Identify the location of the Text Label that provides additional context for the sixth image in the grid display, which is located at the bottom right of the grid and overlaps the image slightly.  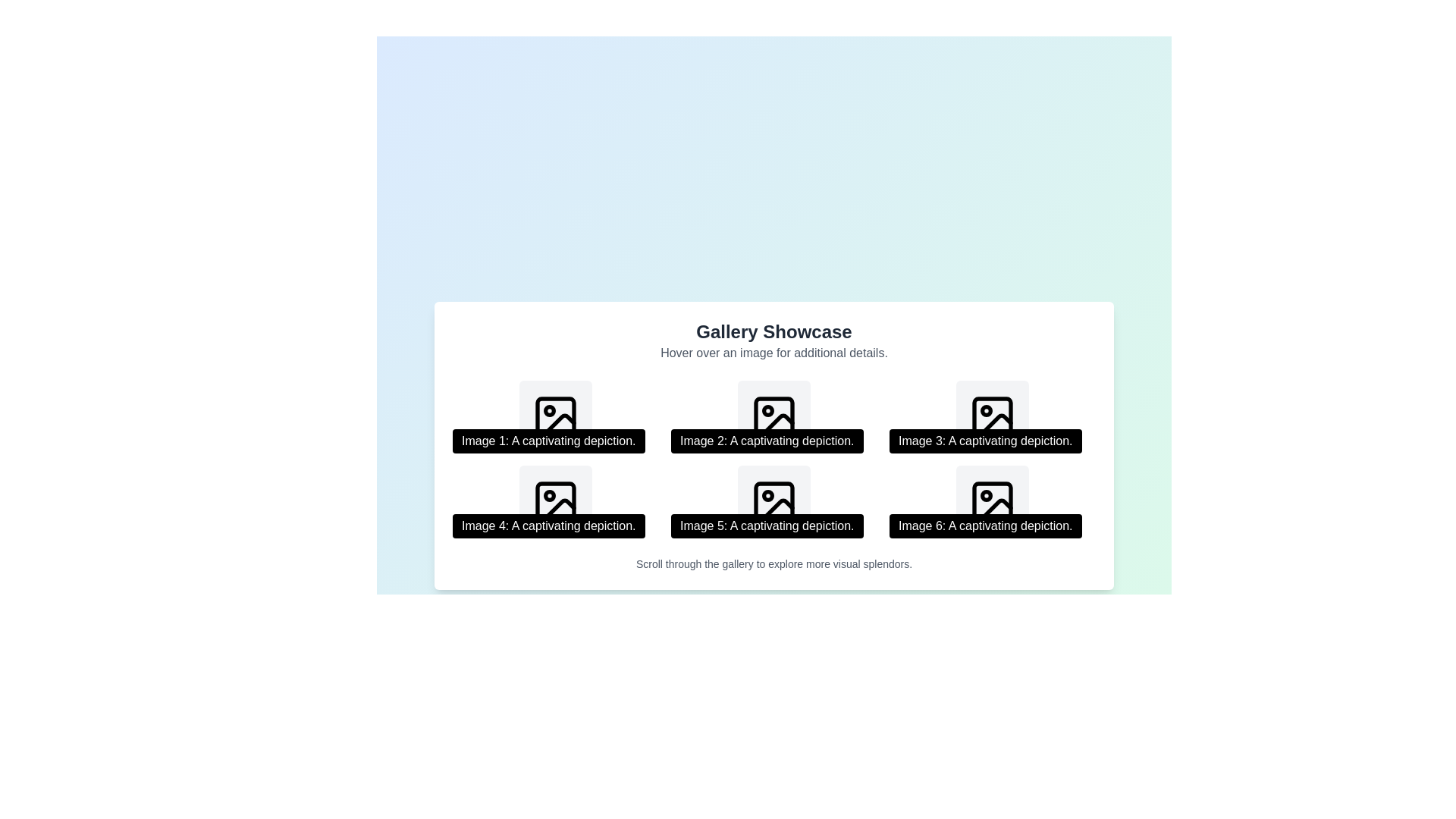
(985, 526).